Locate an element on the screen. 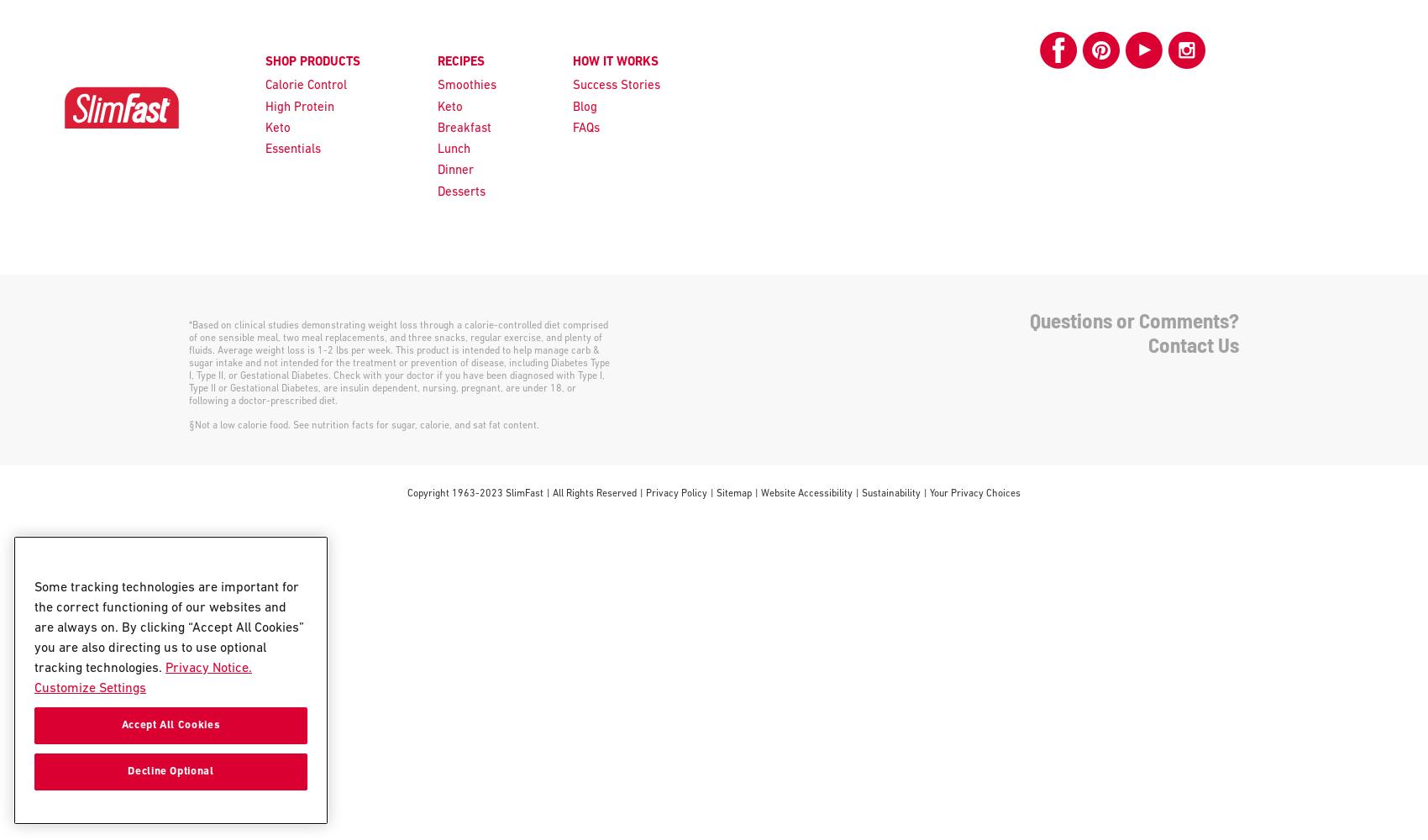 The image size is (1428, 840). 'All Rights Reserved' is located at coordinates (595, 493).